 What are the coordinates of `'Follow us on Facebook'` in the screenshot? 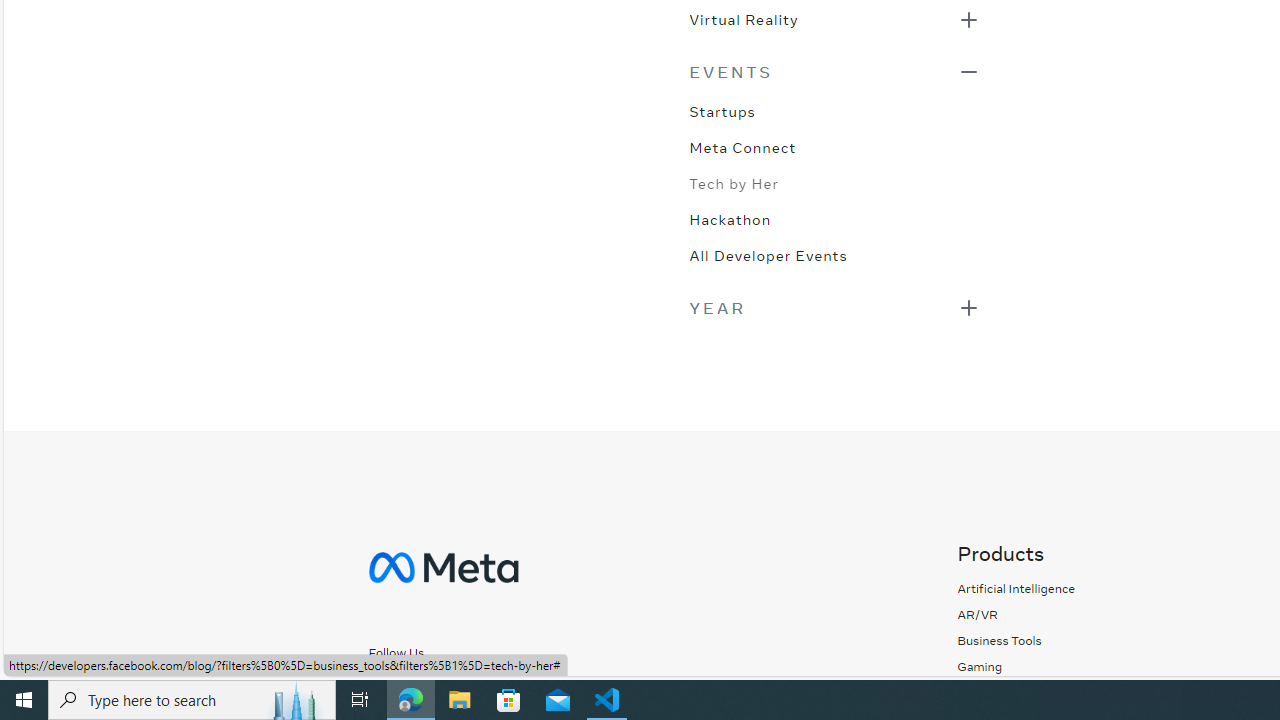 It's located at (391, 687).